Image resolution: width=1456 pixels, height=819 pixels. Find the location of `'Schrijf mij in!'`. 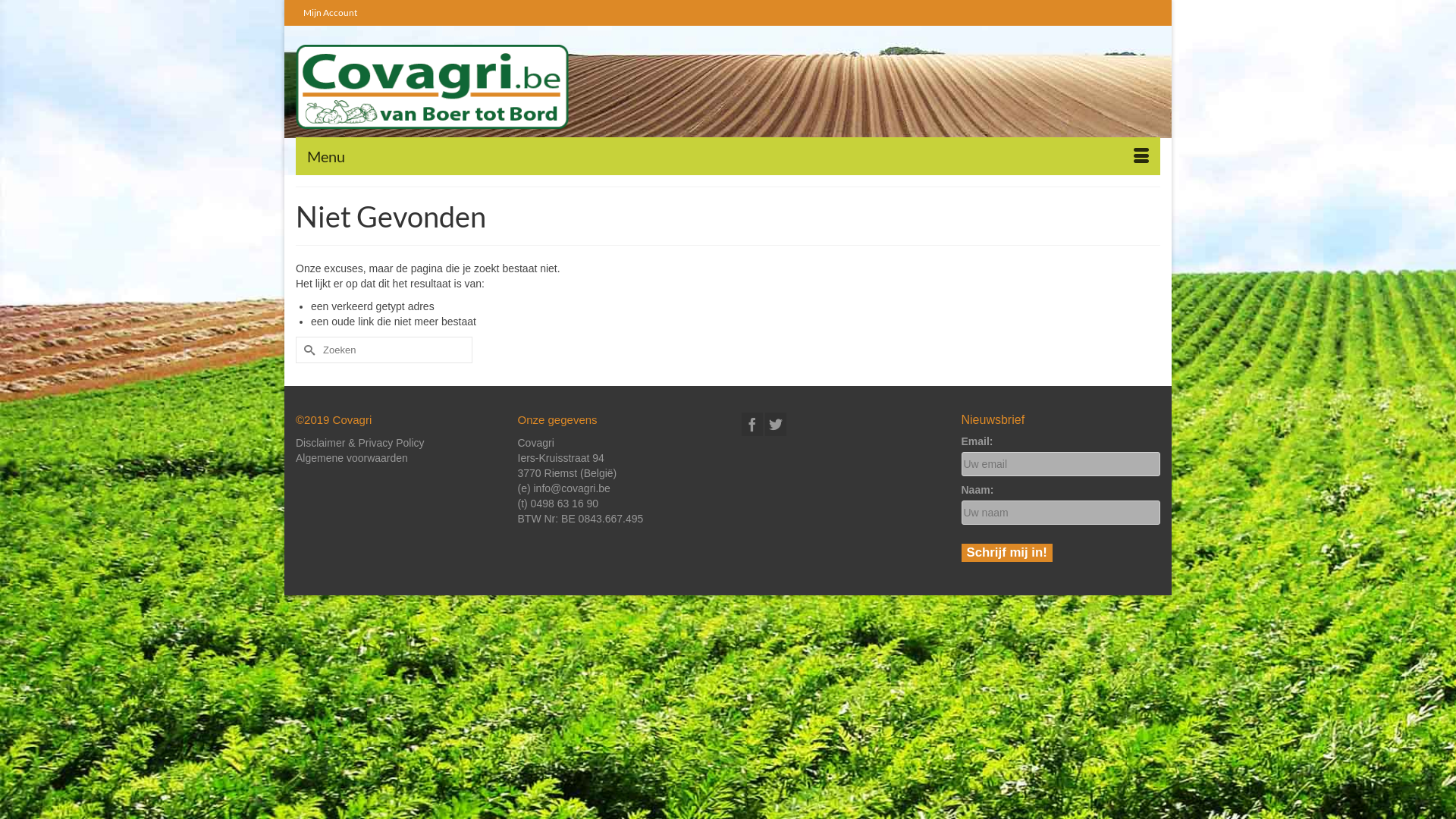

'Schrijf mij in!' is located at coordinates (960, 553).